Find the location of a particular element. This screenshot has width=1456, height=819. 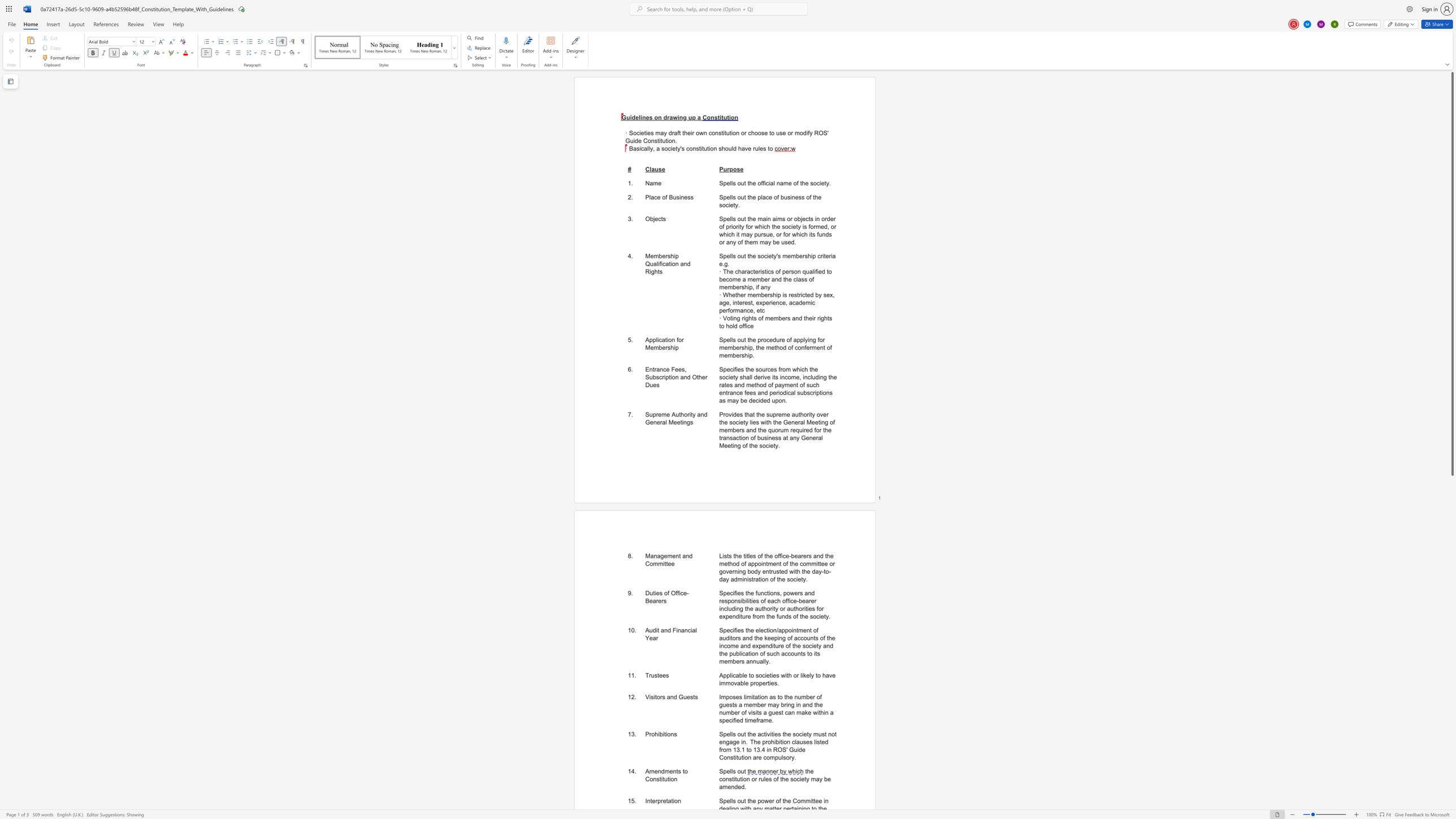

the subset text "ciety" within the text "Spells out the society" is located at coordinates (763, 255).